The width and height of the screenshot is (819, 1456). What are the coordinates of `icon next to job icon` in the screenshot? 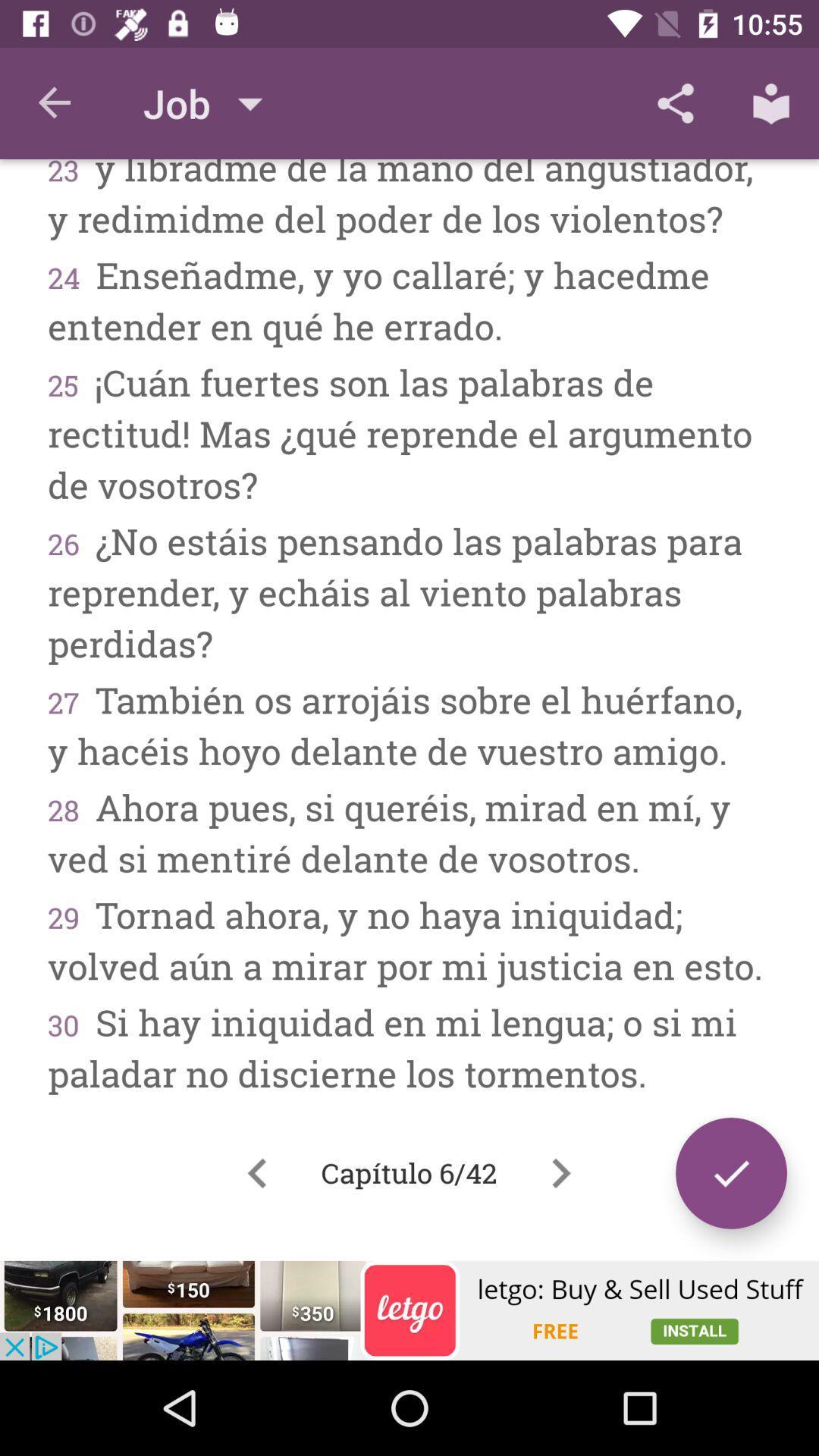 It's located at (55, 102).